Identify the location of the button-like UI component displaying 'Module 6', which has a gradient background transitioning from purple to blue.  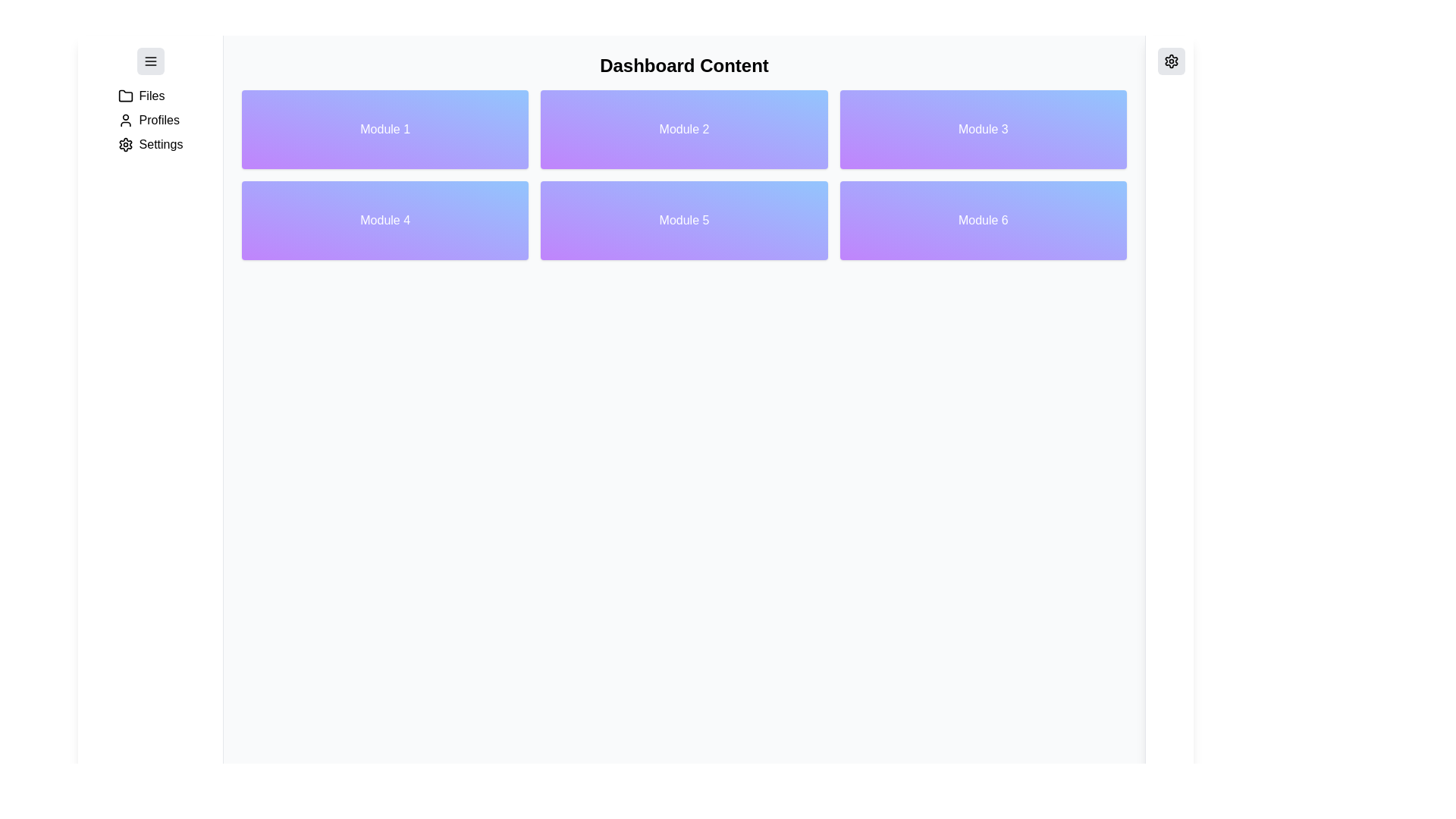
(983, 220).